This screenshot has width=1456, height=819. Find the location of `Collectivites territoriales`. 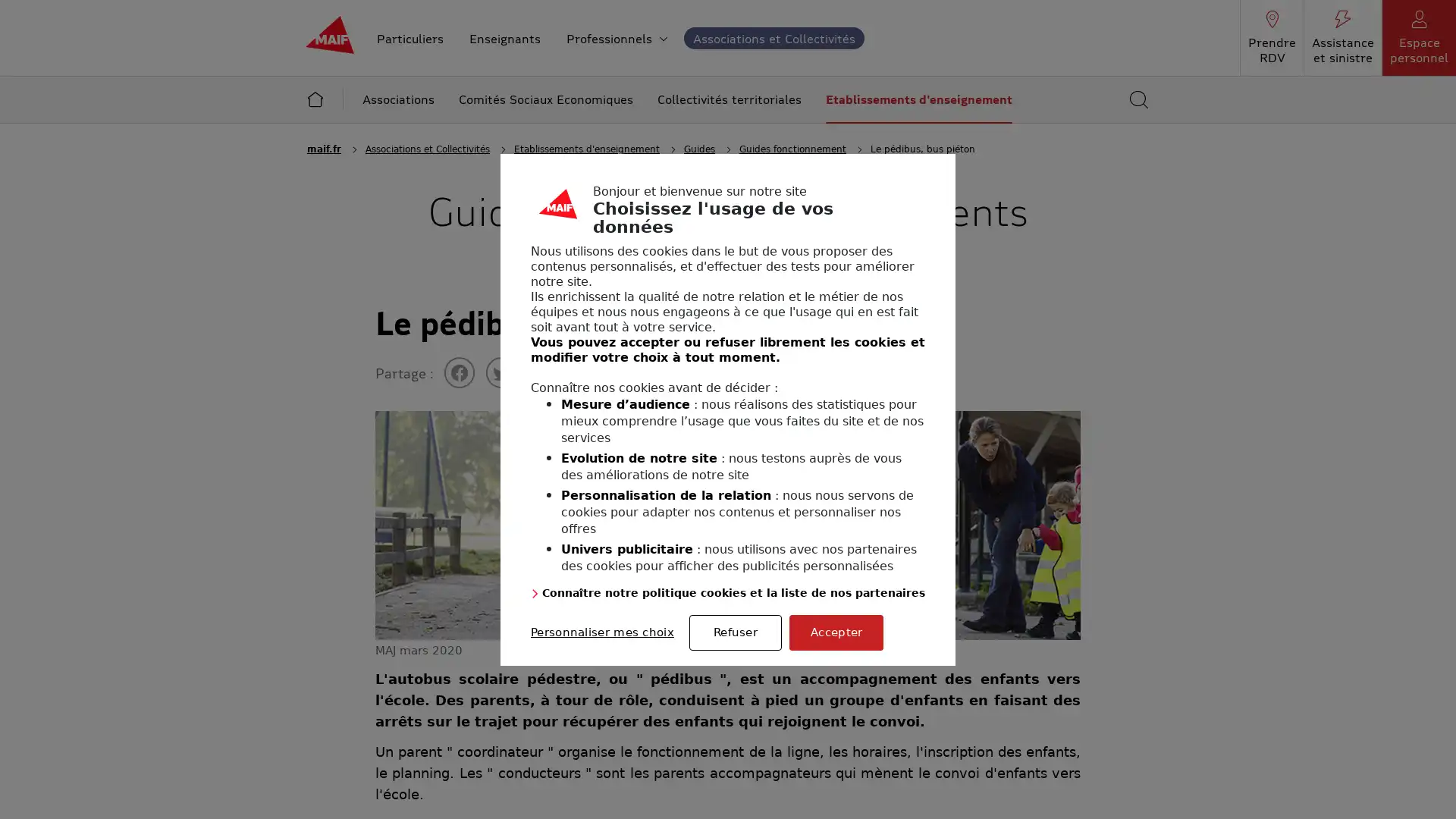

Collectivites territoriales is located at coordinates (729, 99).